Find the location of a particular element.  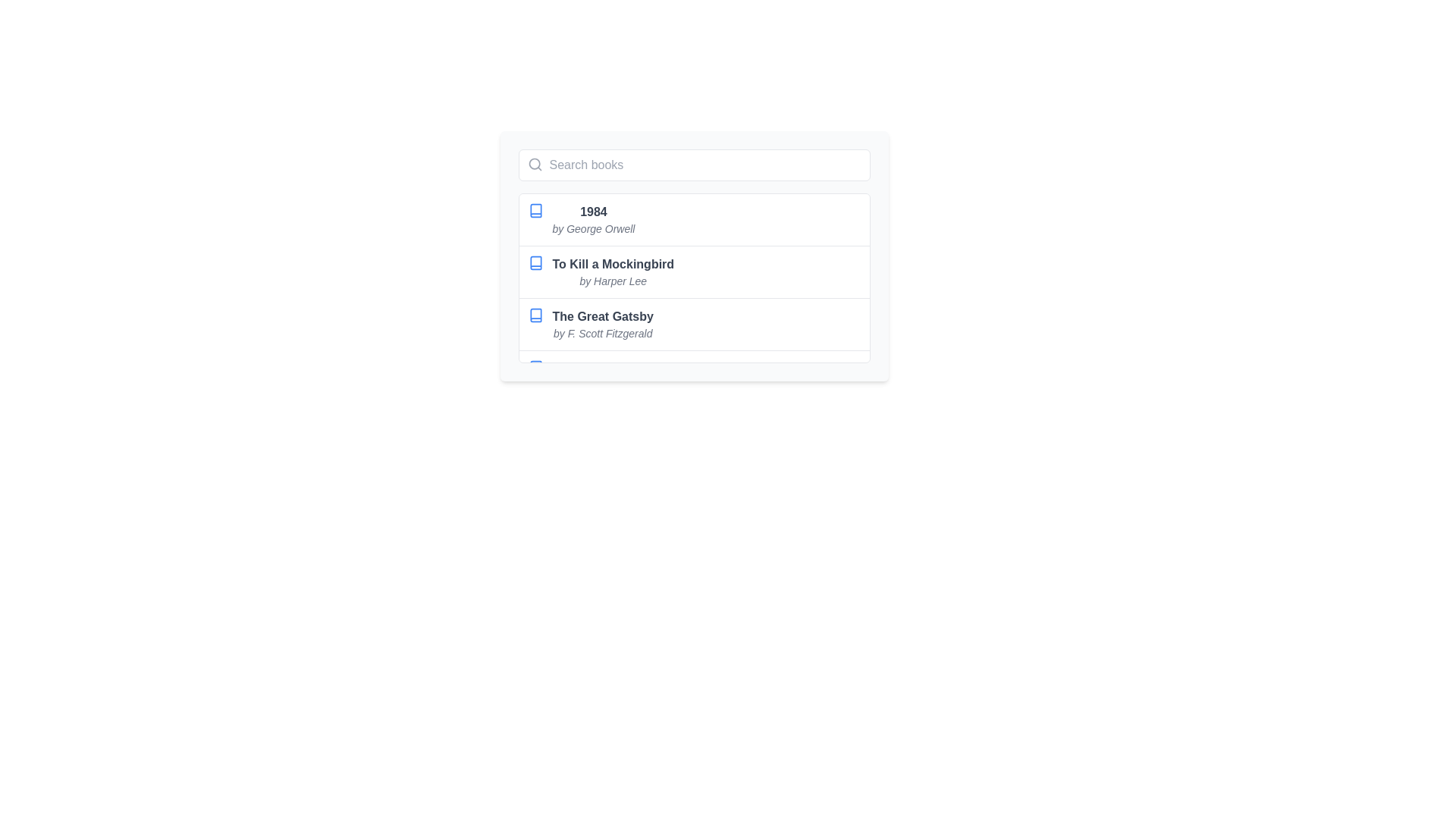

the text display component showing the book title '1984' by George Orwell to trigger a tooltip or highlight is located at coordinates (592, 219).